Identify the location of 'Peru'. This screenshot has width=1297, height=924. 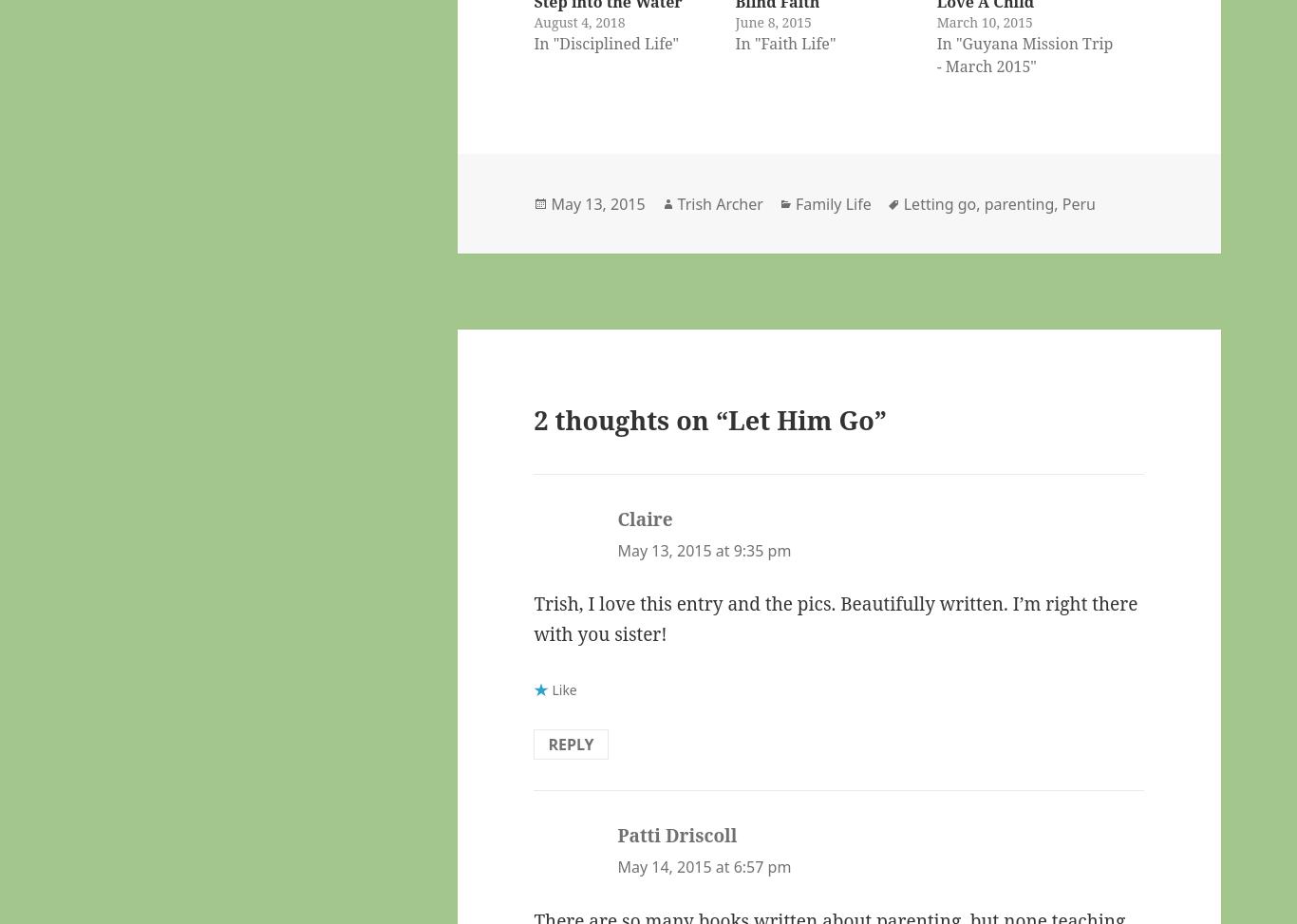
(1077, 201).